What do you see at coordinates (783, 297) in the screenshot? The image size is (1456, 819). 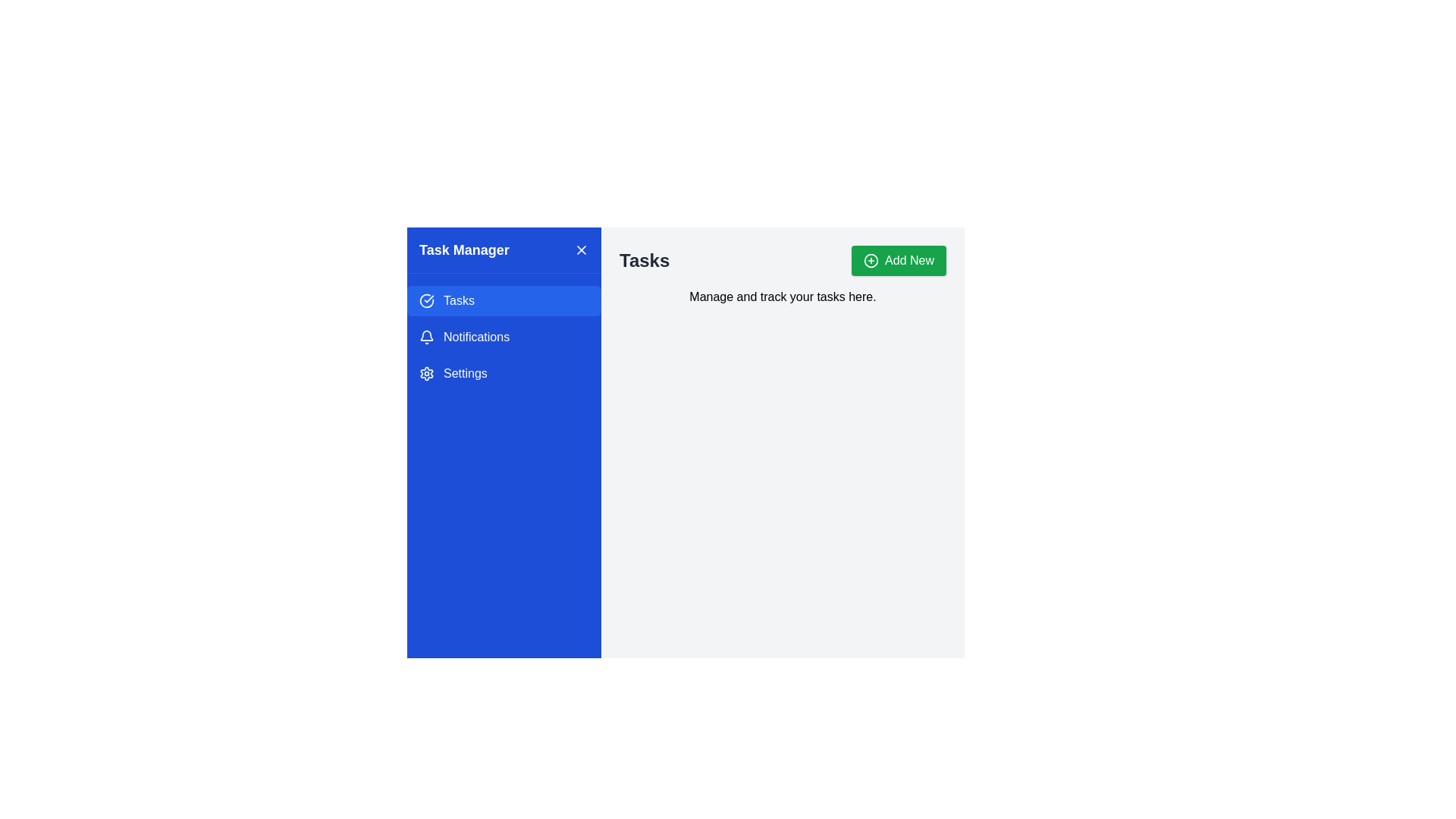 I see `the static text that reads 'Manage and track your tasks here.' located beneath the 'Add New' button and aligned under the 'Tasks' heading` at bounding box center [783, 297].